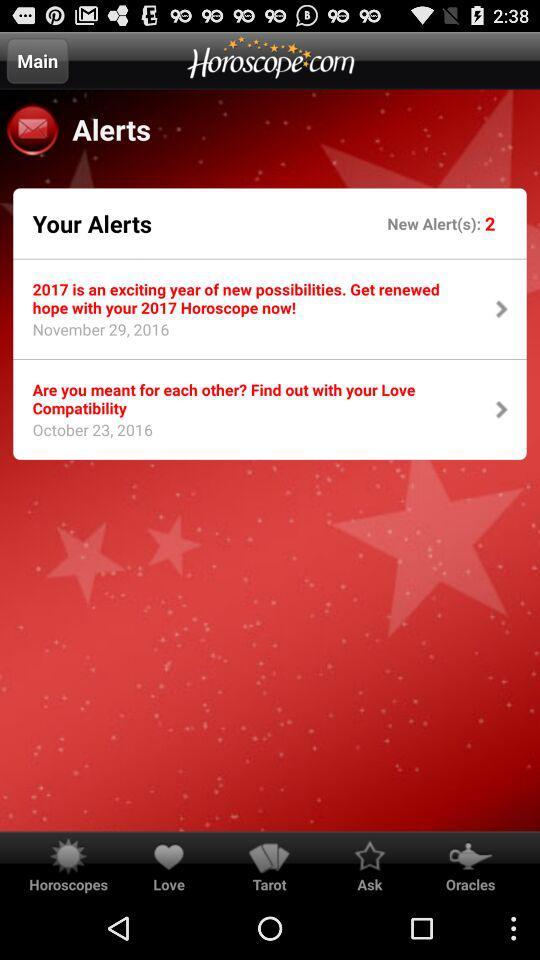 The width and height of the screenshot is (540, 960). Describe the element at coordinates (93, 335) in the screenshot. I see `the november 29, 2016` at that location.